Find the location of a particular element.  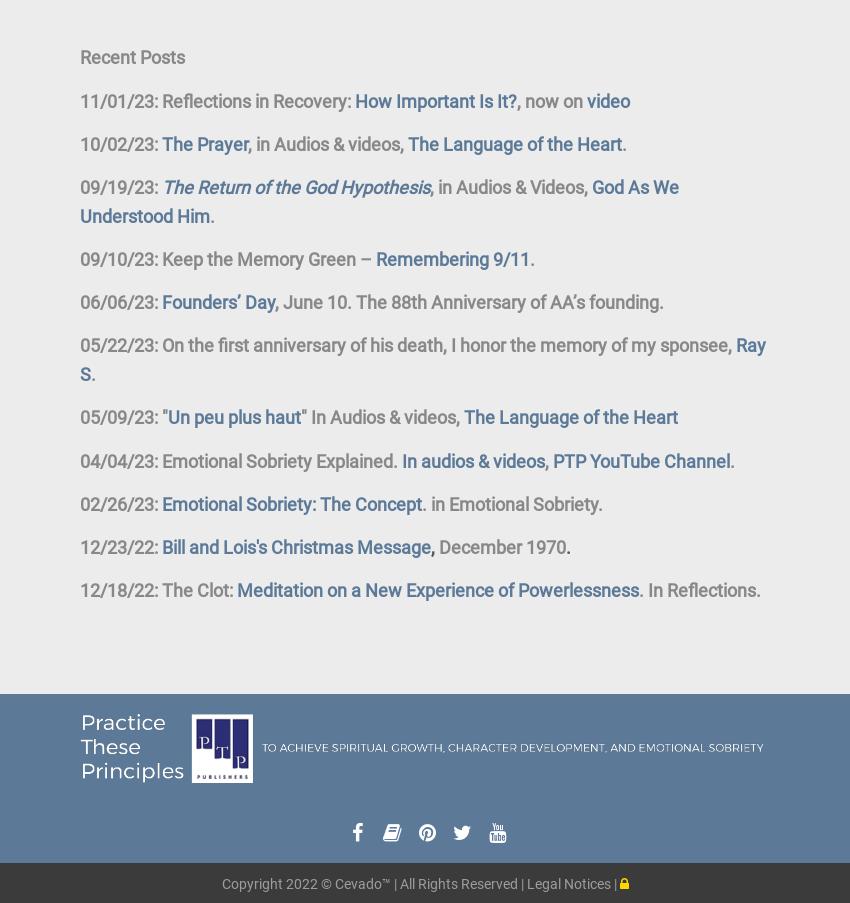

'Copyright 2022 ©' is located at coordinates (276, 883).